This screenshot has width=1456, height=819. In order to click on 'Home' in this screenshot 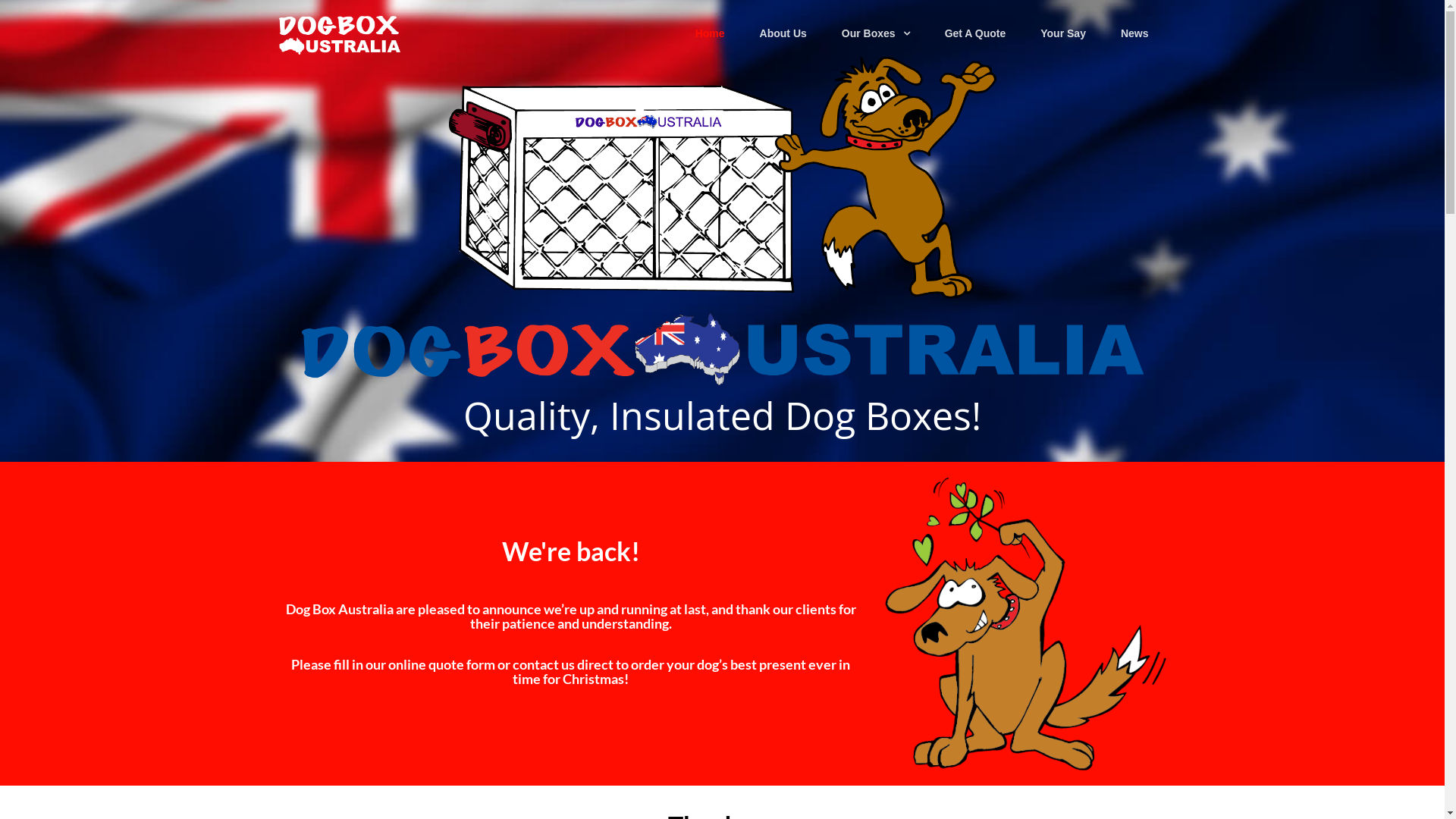, I will do `click(709, 33)`.